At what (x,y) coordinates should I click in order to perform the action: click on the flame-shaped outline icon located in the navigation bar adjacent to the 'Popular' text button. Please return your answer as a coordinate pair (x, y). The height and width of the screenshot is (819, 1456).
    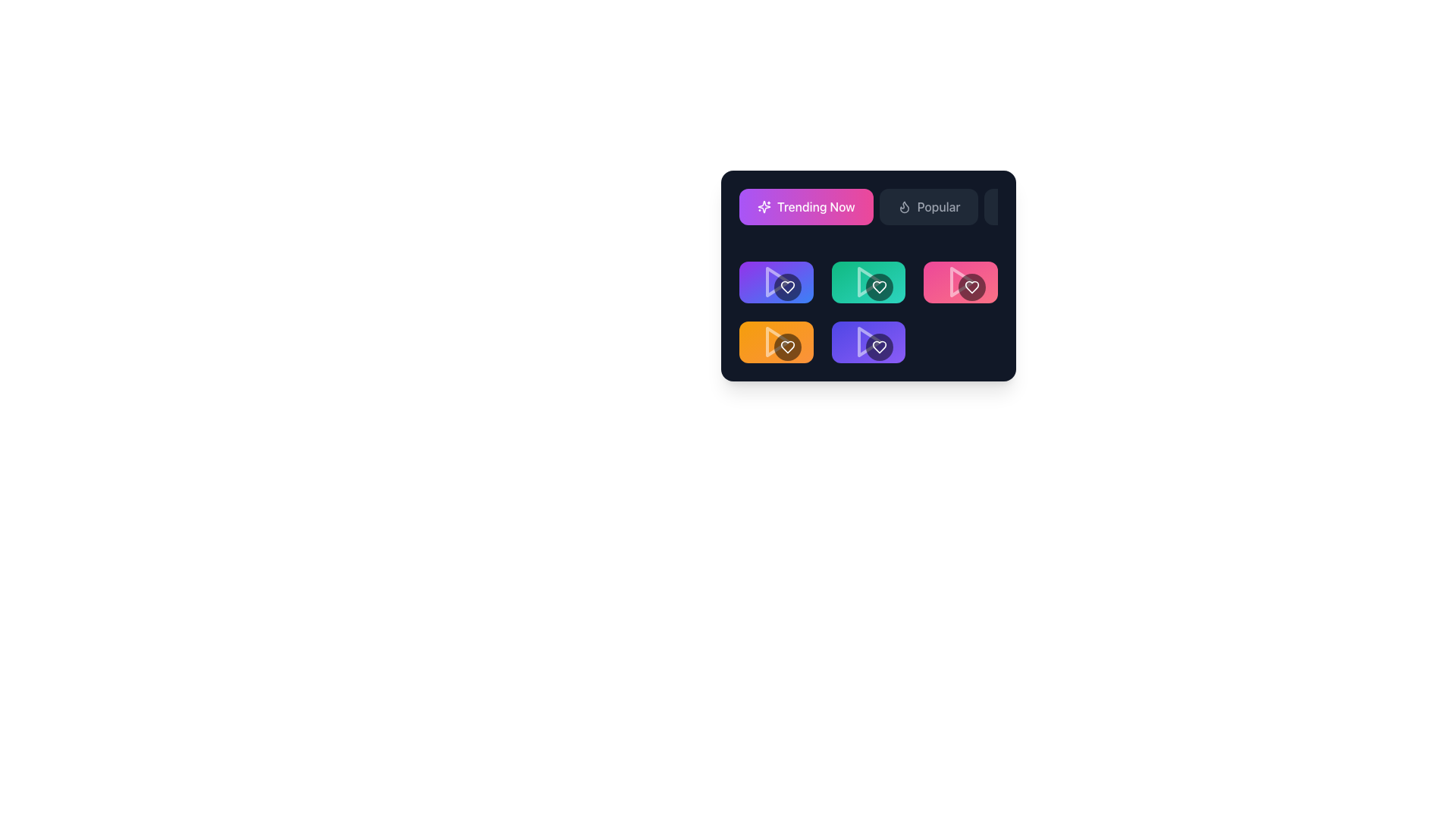
    Looking at the image, I should click on (904, 207).